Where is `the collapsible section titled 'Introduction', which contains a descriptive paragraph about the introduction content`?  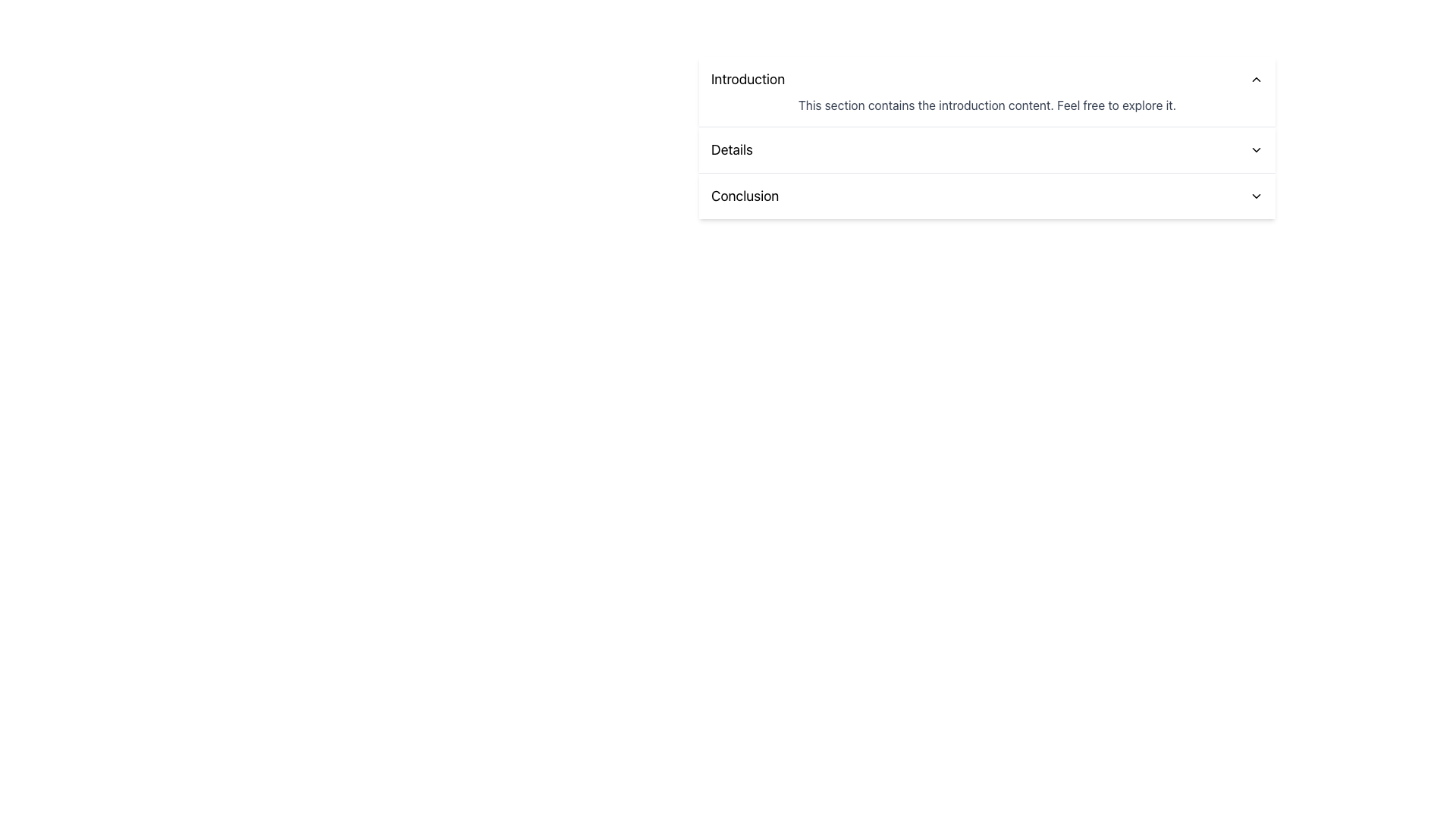 the collapsible section titled 'Introduction', which contains a descriptive paragraph about the introduction content is located at coordinates (987, 91).